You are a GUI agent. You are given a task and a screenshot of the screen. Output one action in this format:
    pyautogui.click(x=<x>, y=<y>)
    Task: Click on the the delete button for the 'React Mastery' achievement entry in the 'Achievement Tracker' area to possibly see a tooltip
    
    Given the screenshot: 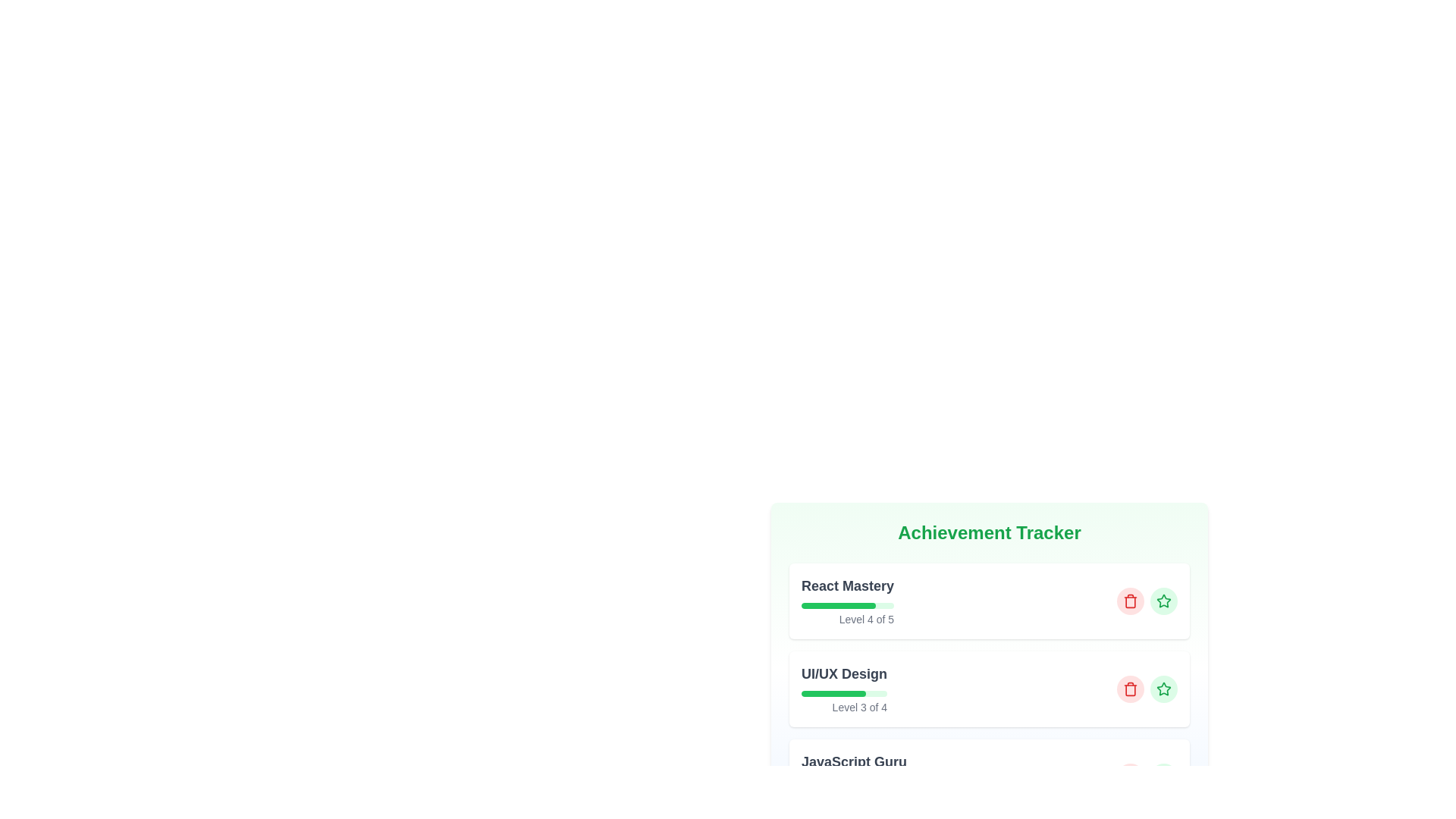 What is the action you would take?
    pyautogui.click(x=1131, y=601)
    